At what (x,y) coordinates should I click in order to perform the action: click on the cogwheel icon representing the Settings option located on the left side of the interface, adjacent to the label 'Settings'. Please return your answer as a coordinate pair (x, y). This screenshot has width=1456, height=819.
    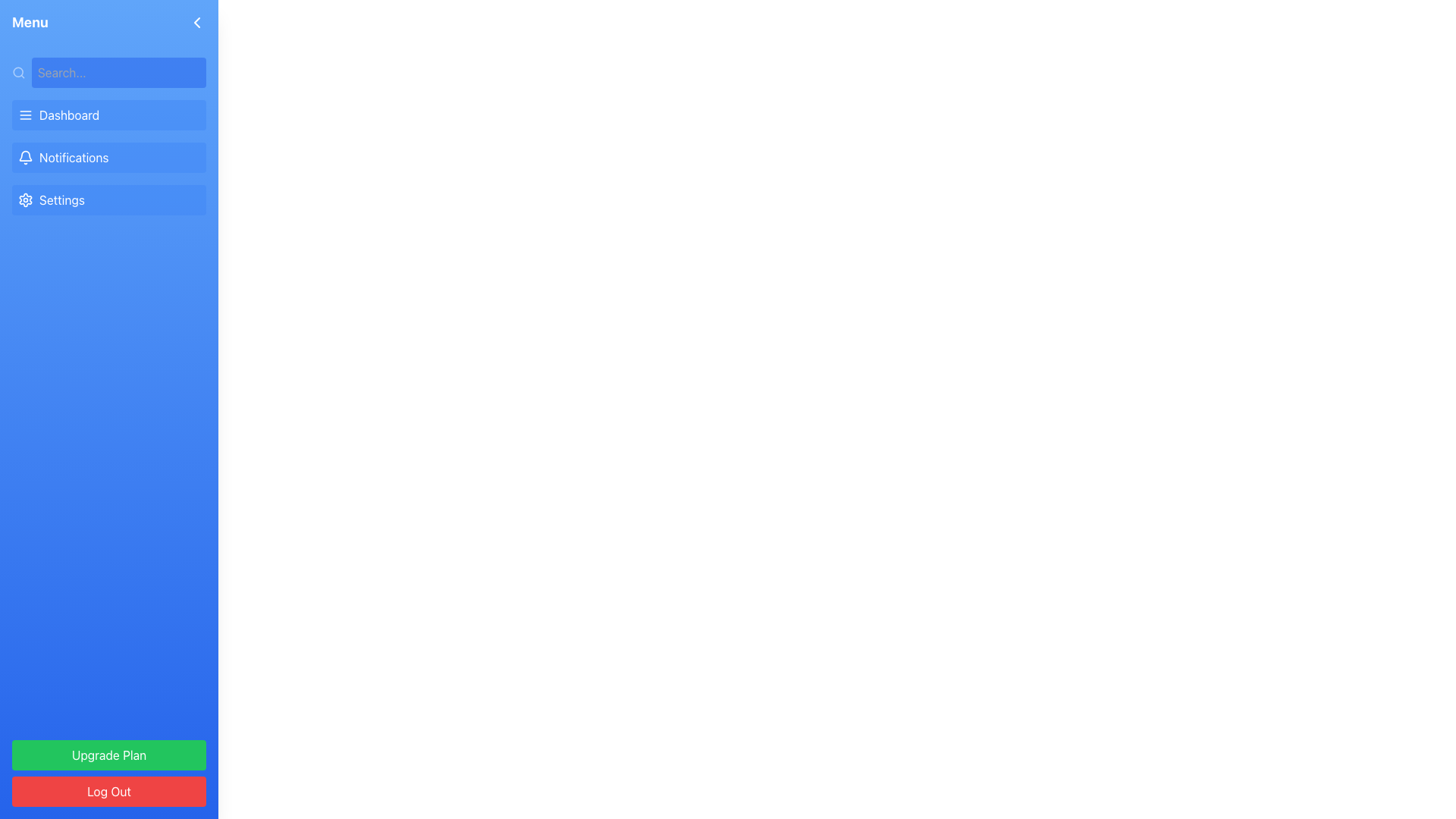
    Looking at the image, I should click on (25, 199).